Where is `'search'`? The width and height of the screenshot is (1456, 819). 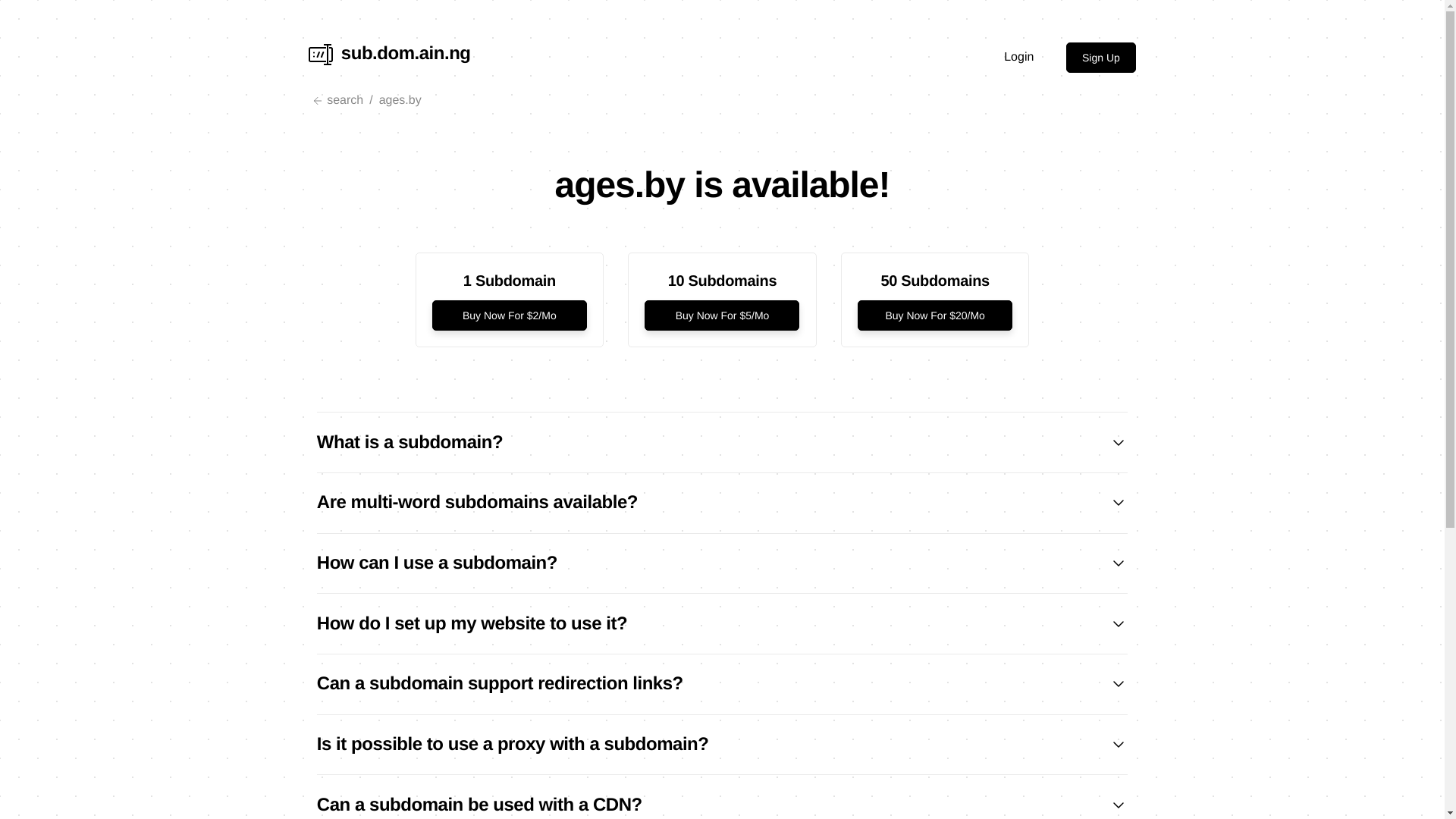 'search' is located at coordinates (308, 100).